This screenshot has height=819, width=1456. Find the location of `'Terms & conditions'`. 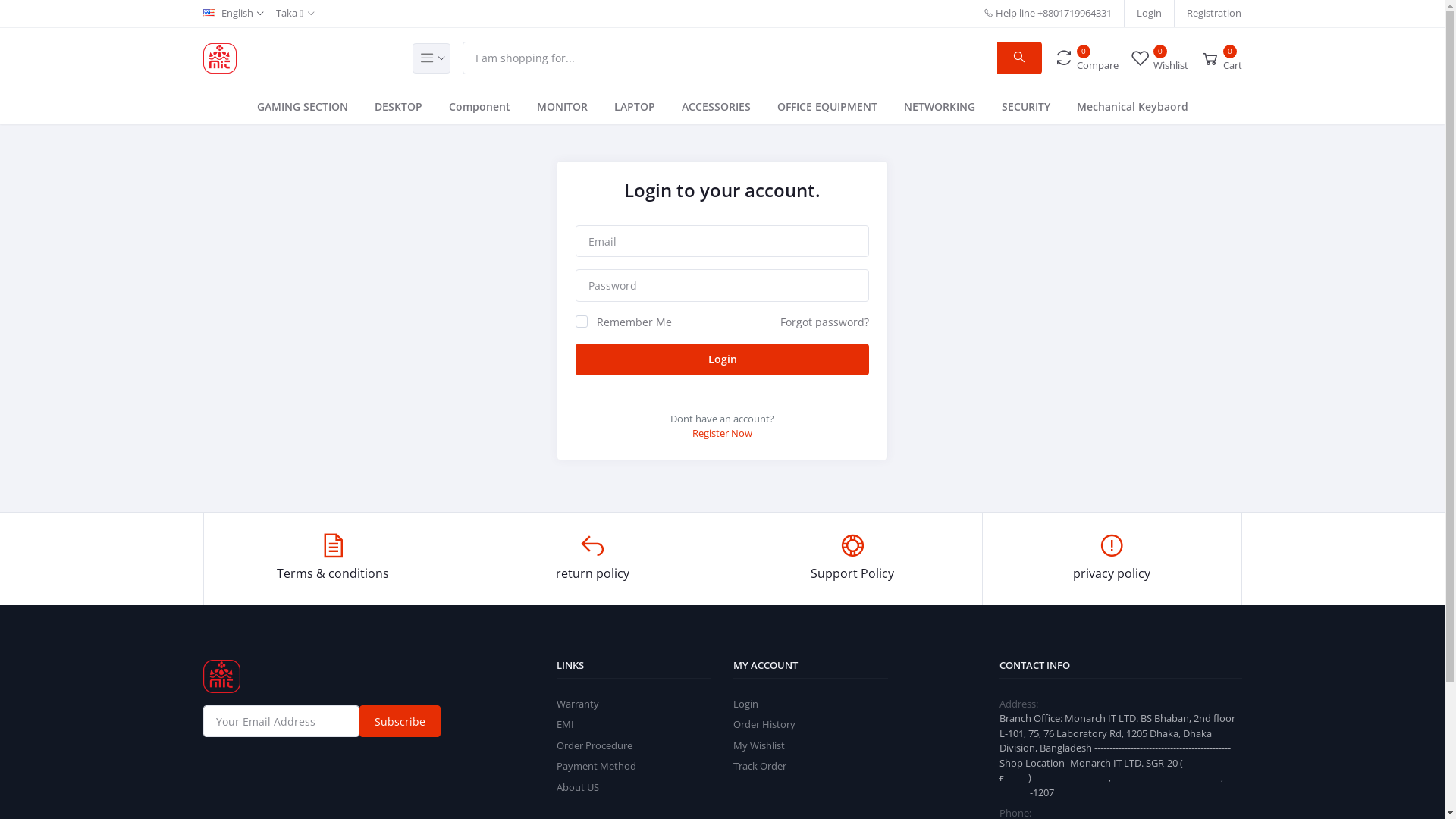

'Terms & conditions' is located at coordinates (332, 558).